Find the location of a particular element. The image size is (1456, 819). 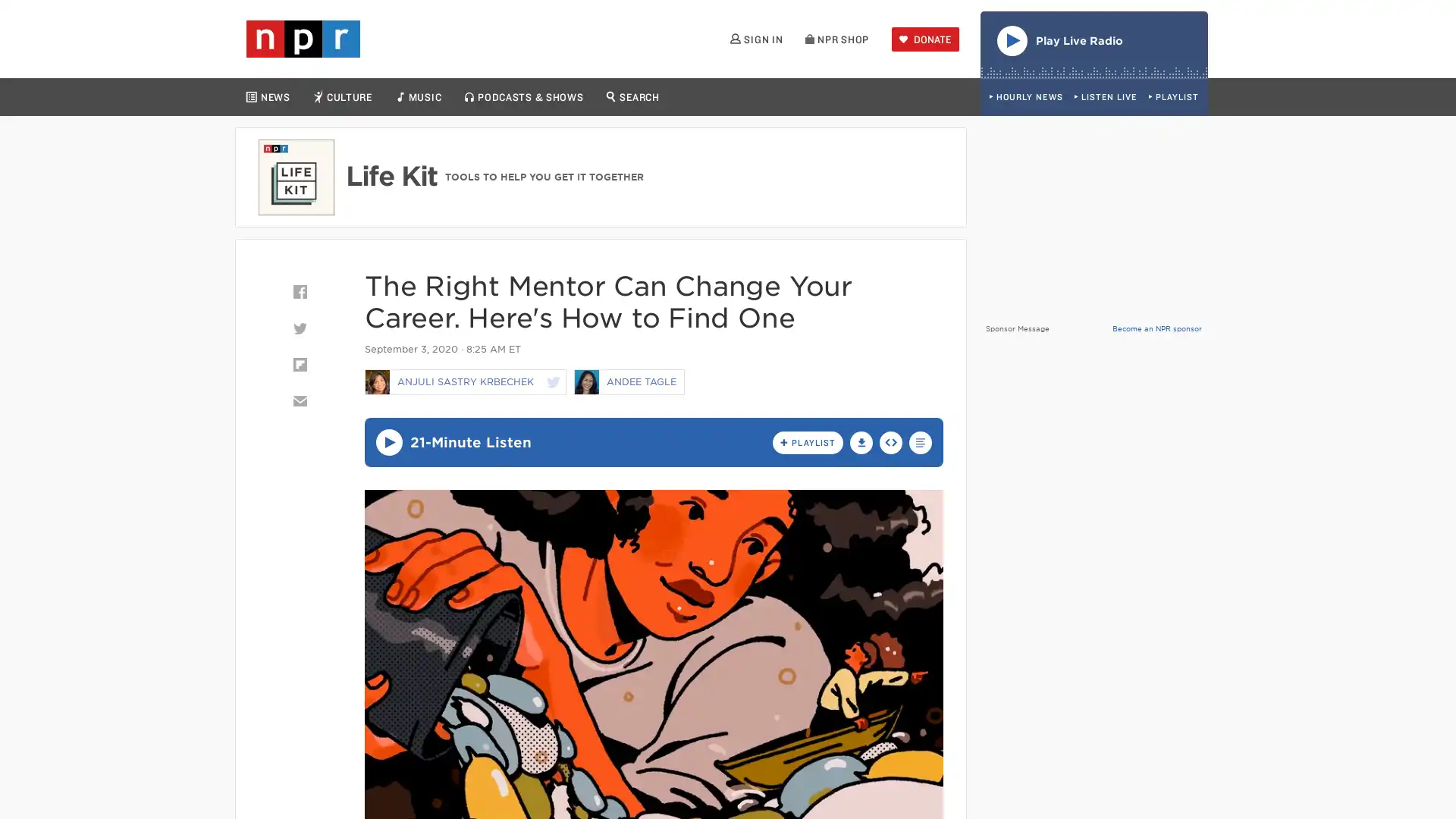

Embed is located at coordinates (891, 441).